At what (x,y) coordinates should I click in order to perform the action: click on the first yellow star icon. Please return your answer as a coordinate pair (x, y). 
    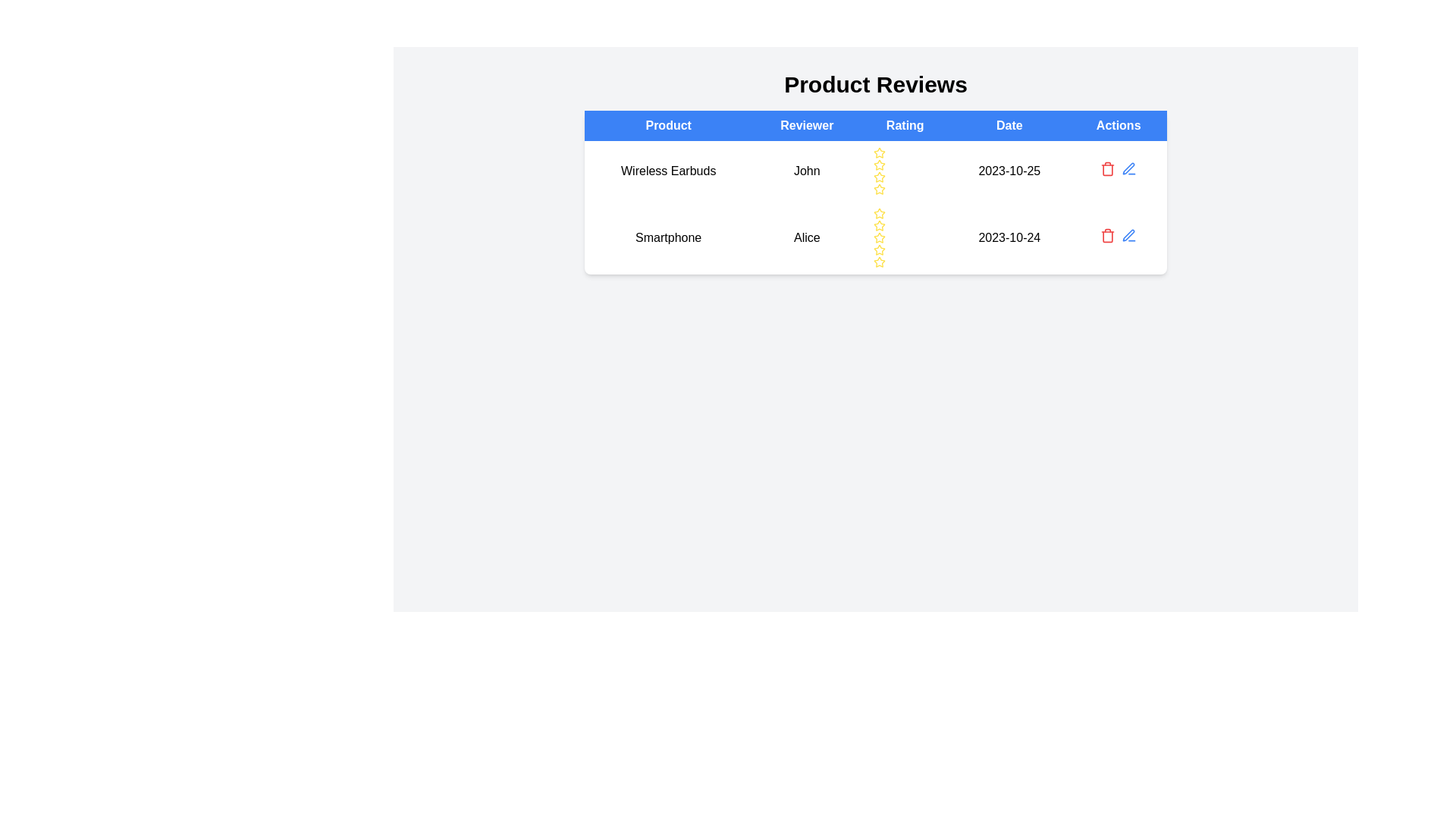
    Looking at the image, I should click on (880, 152).